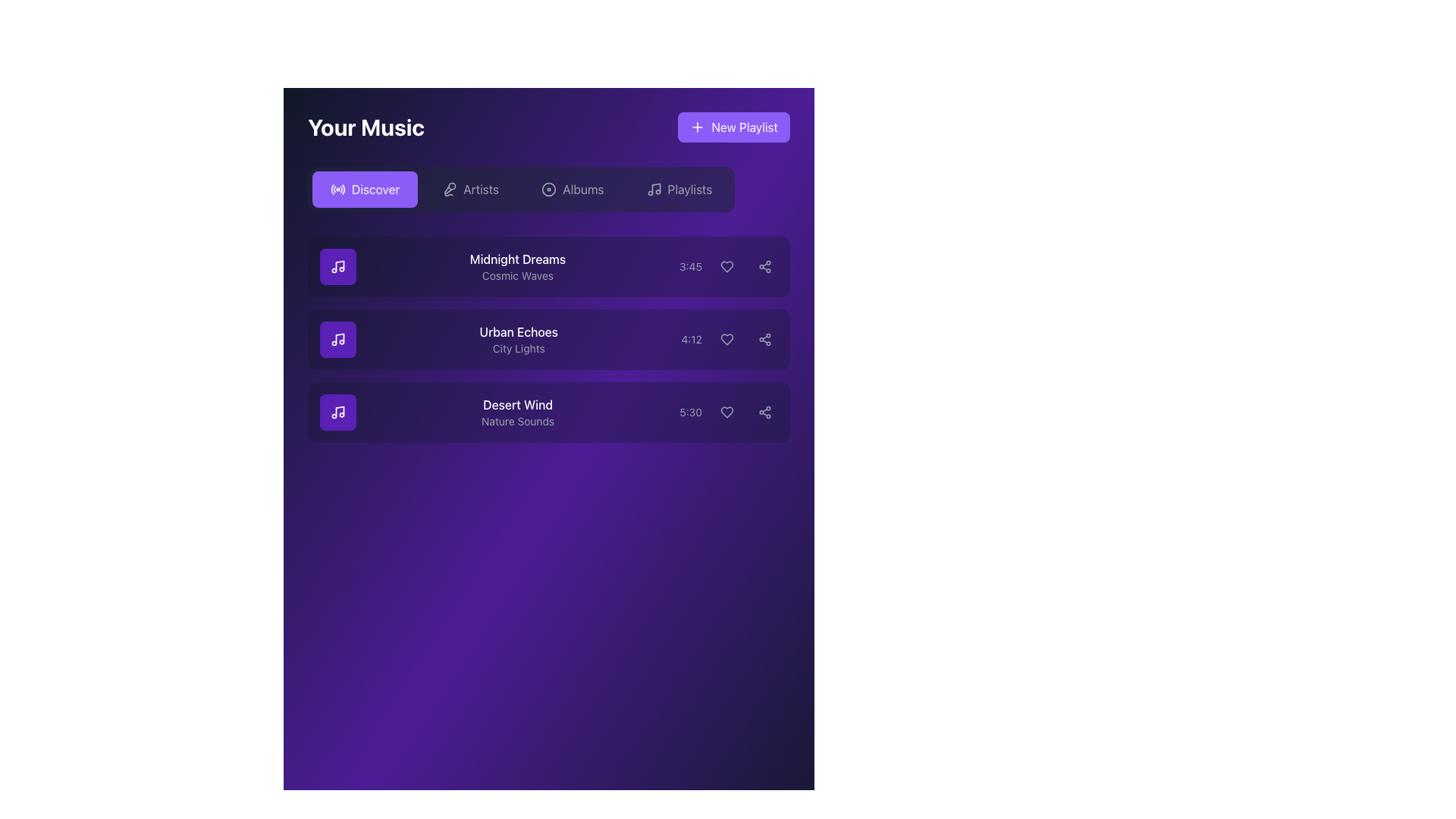 This screenshot has height=819, width=1456. Describe the element at coordinates (679, 189) in the screenshot. I see `the 'Playlists' button, which is a rectangular button with a music note icon and light gray text, located in the top-right segment of the navigation bar` at that location.